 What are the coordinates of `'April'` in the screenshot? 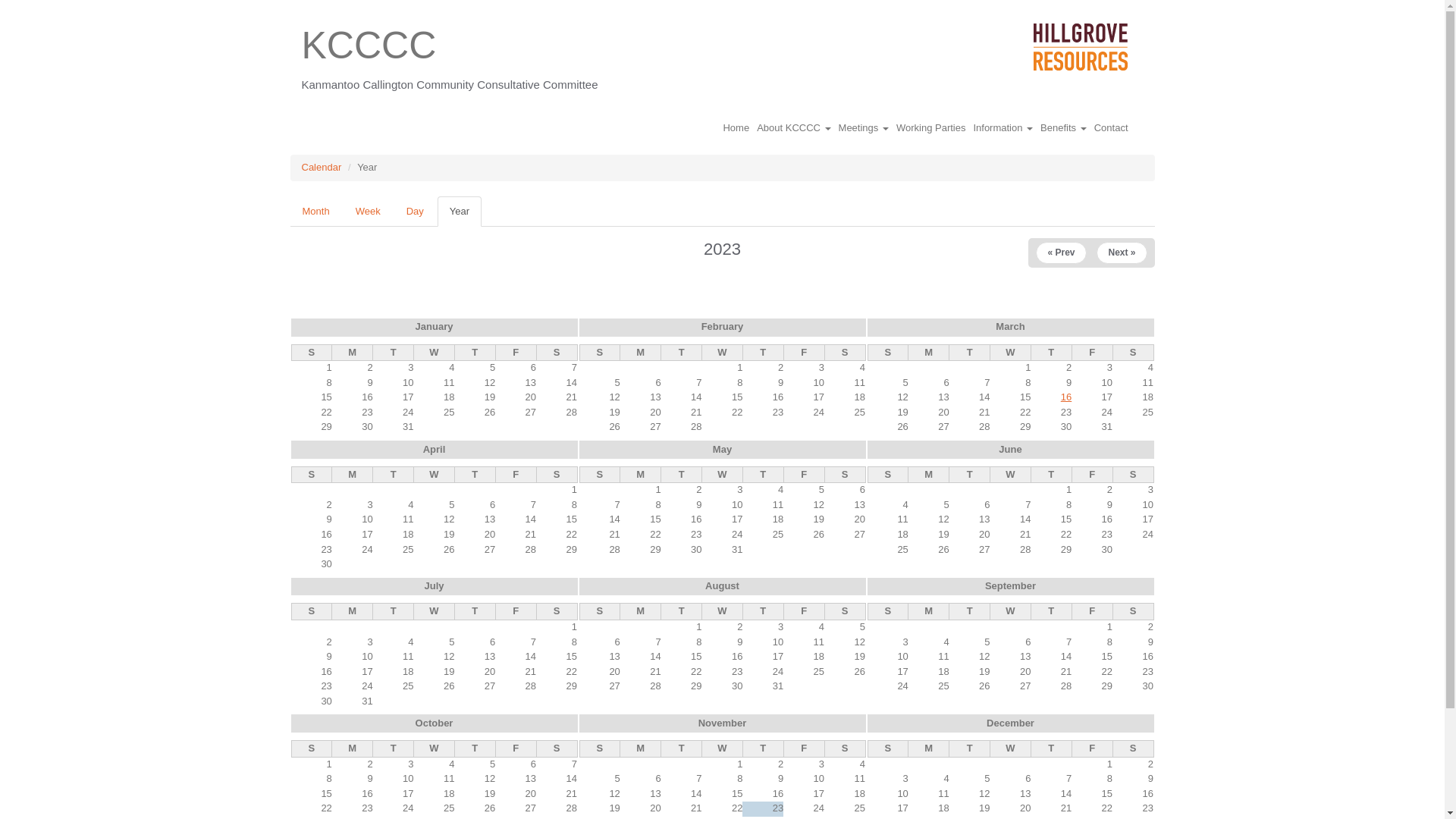 It's located at (433, 448).